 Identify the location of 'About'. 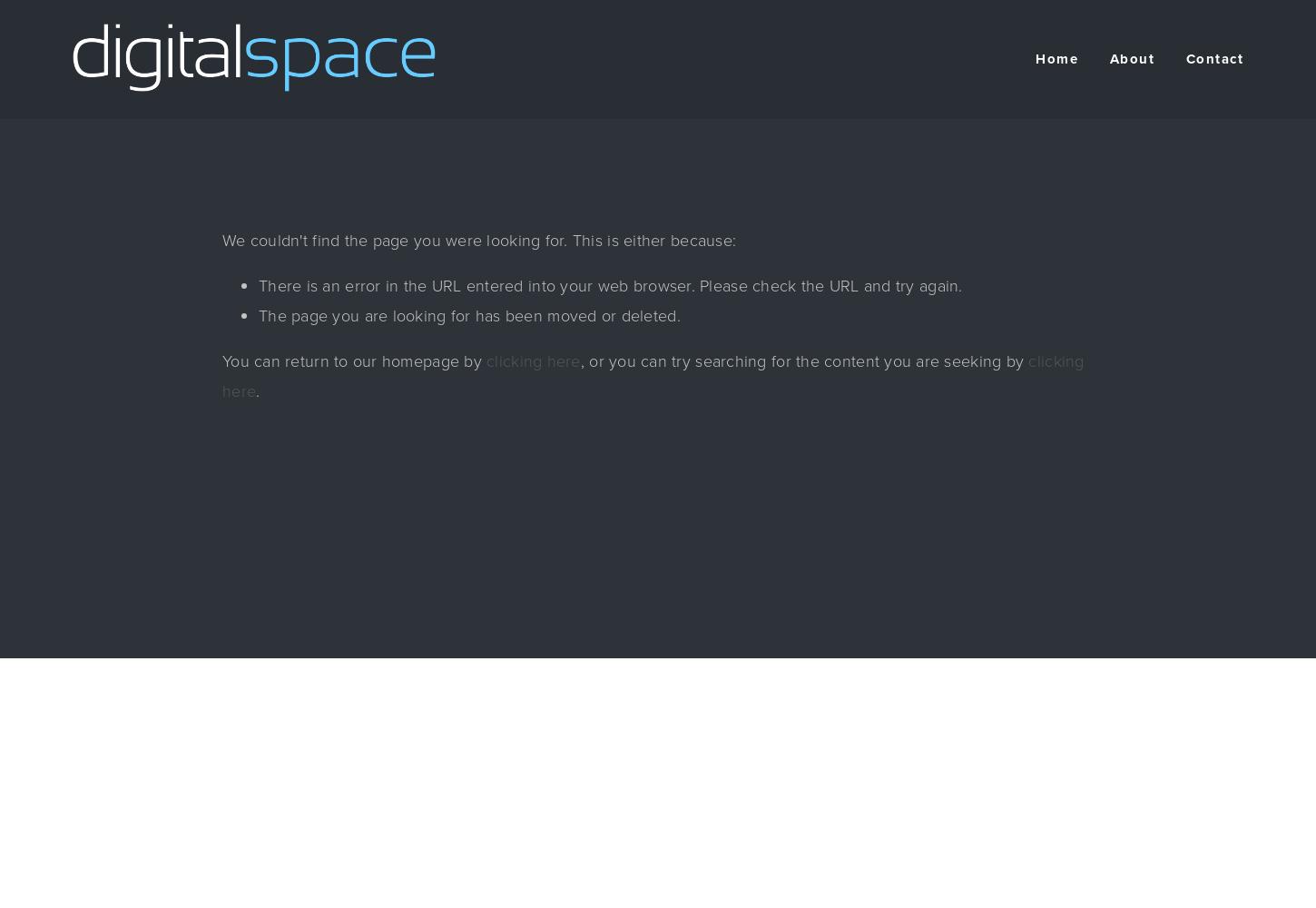
(1109, 58).